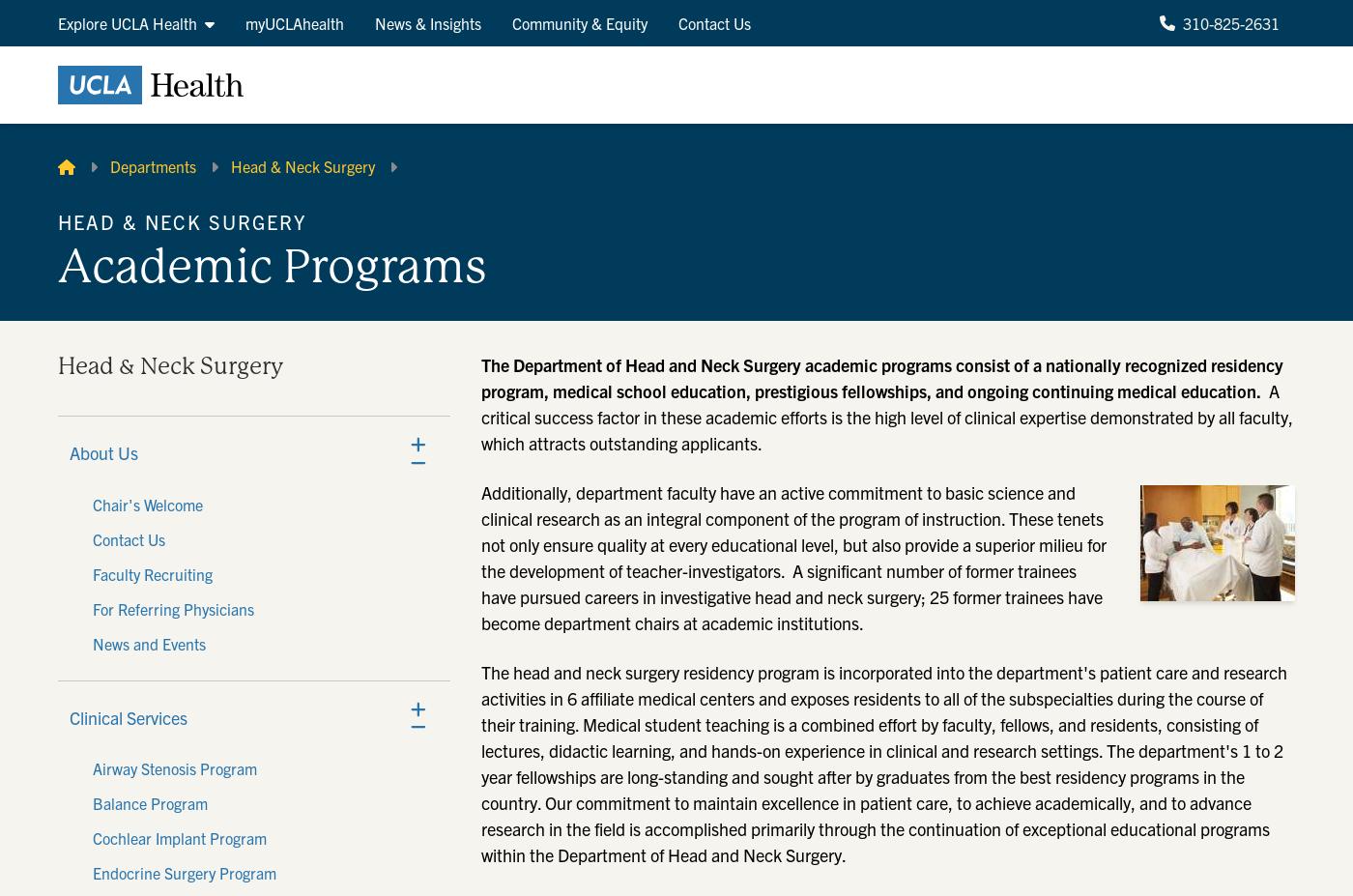 This screenshot has height=896, width=1353. Describe the element at coordinates (886, 416) in the screenshot. I see `'A critical success factor in these academic efforts is the high level of clinical expertise demonstrated by all faculty, which attracts outstanding applicants.'` at that location.